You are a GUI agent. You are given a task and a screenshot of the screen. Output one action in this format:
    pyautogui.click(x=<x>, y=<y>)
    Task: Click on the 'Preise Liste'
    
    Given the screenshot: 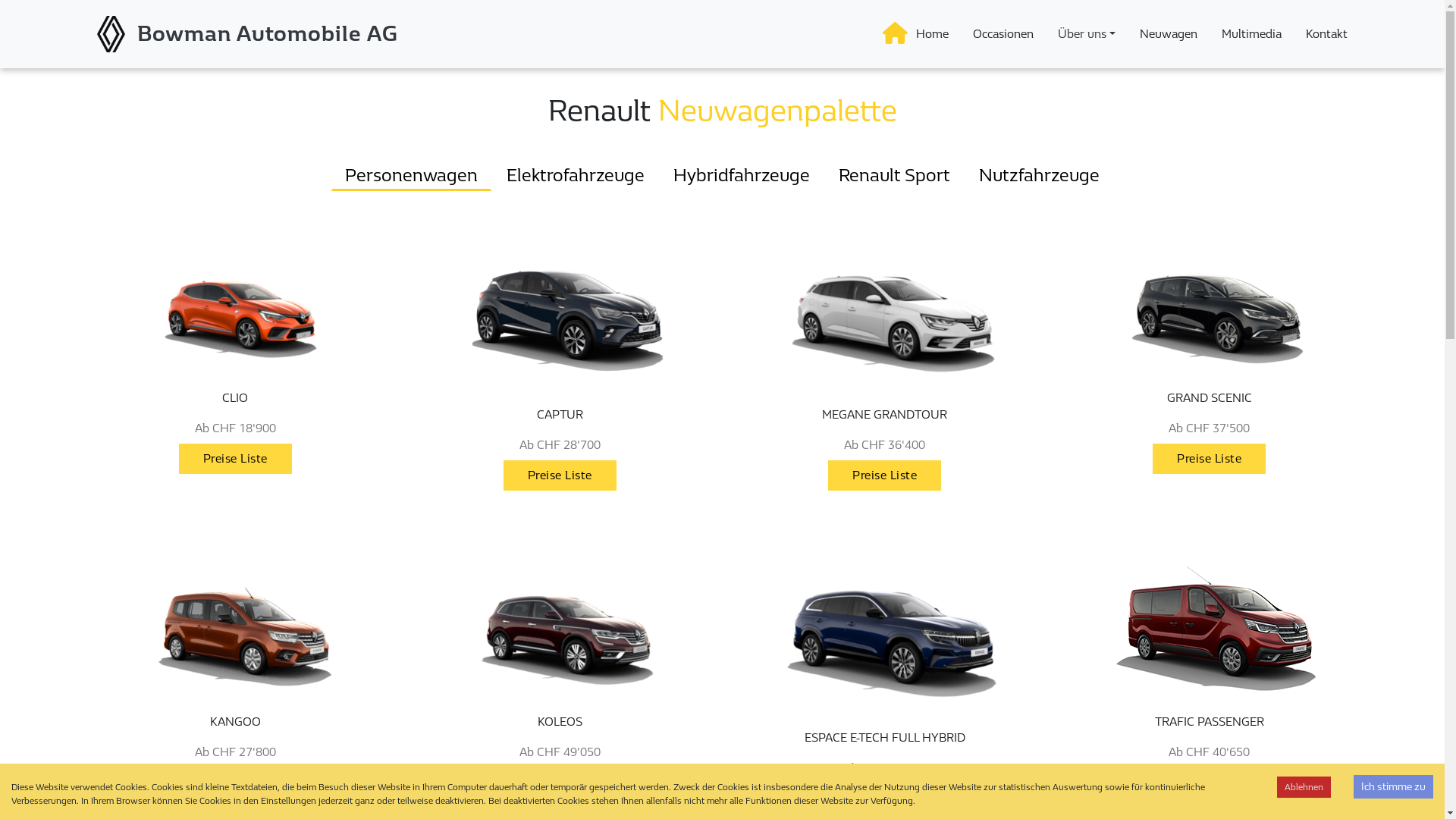 What is the action you would take?
    pyautogui.click(x=884, y=797)
    